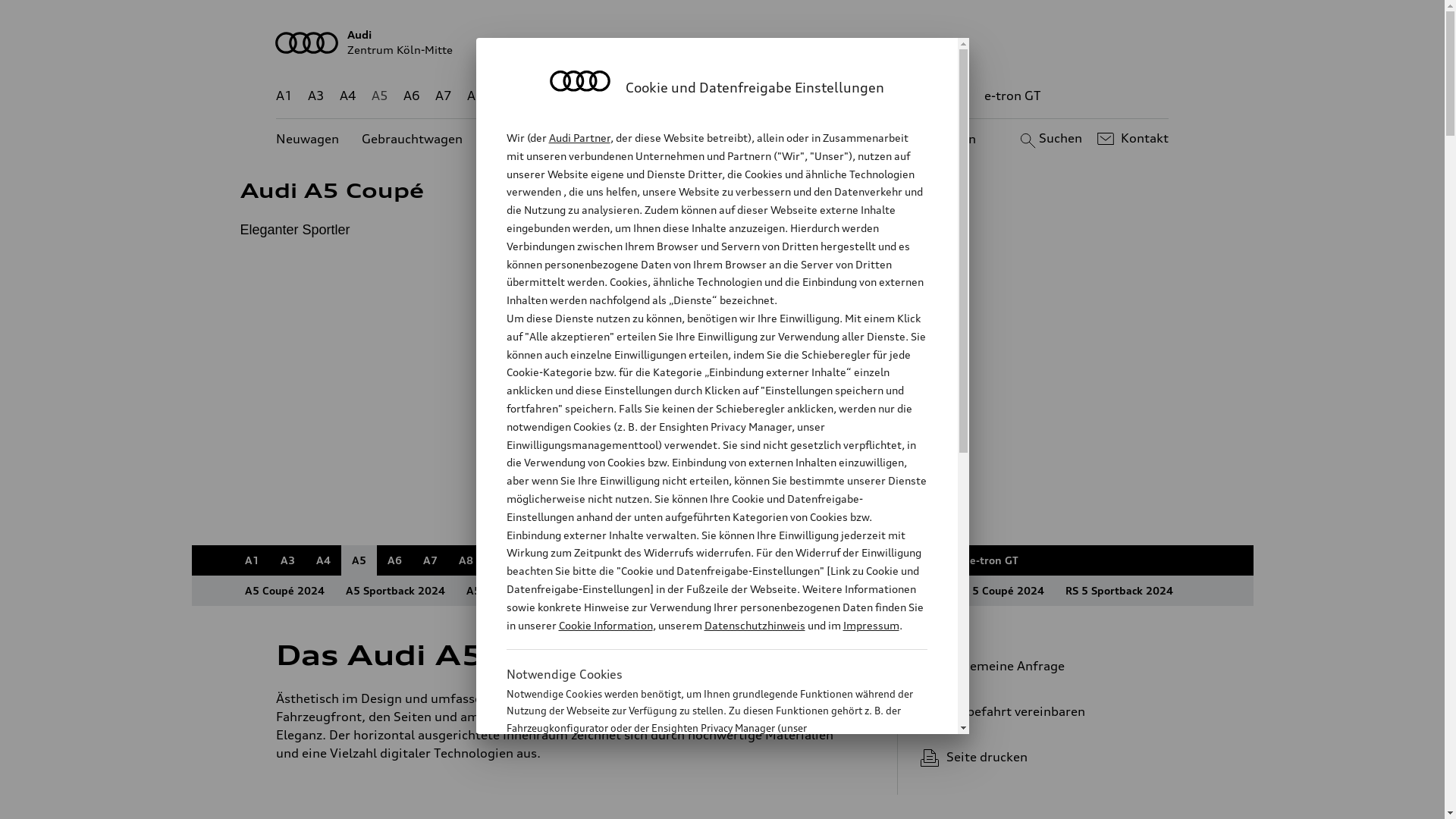 The height and width of the screenshot is (819, 1456). I want to click on 'S5 Cabriolet 2024', so click(887, 590).